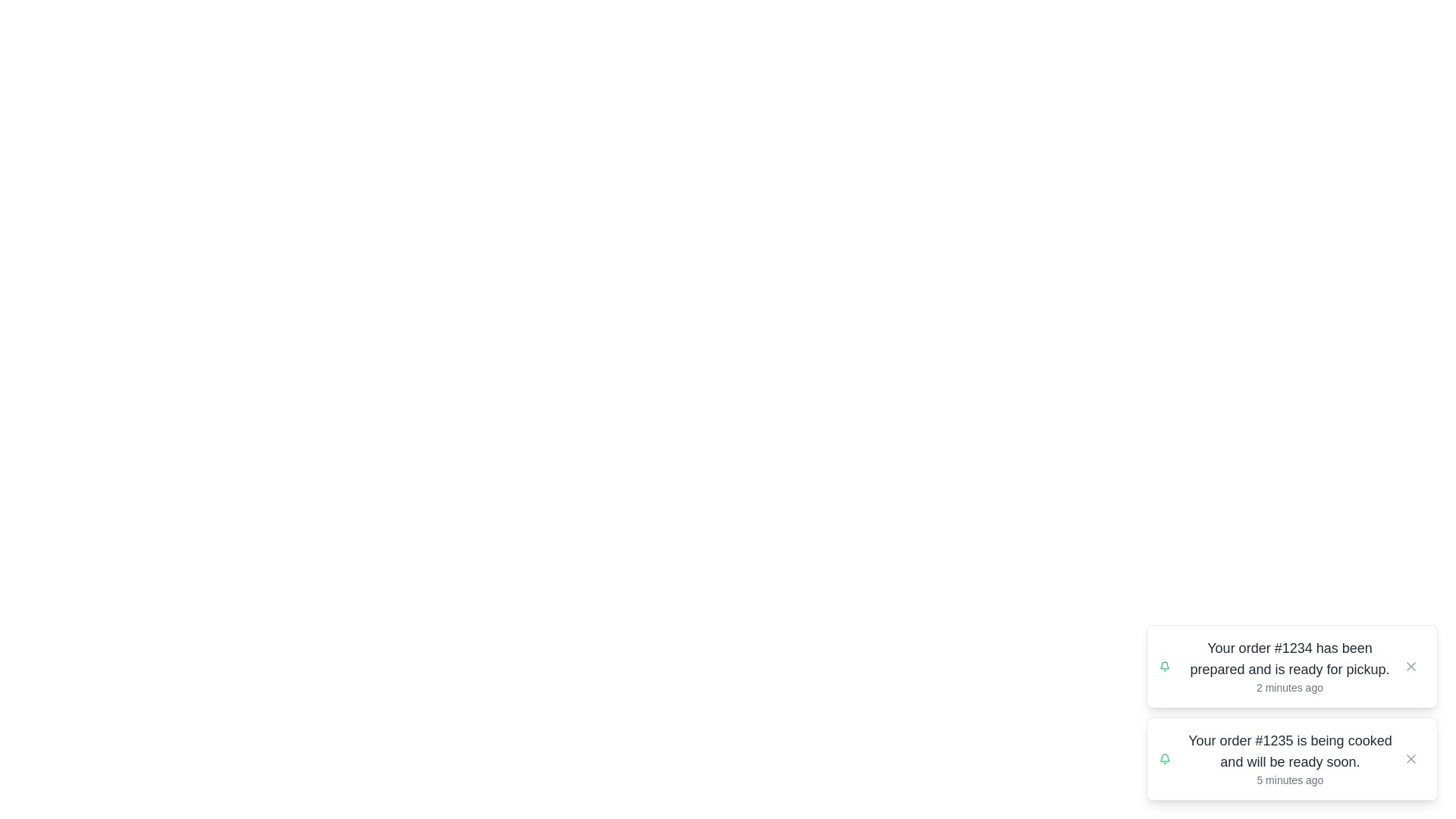 This screenshot has width=1456, height=819. Describe the element at coordinates (1410, 666) in the screenshot. I see `the close button icon (cross) in the top right corner of the notification card to change its color to red` at that location.